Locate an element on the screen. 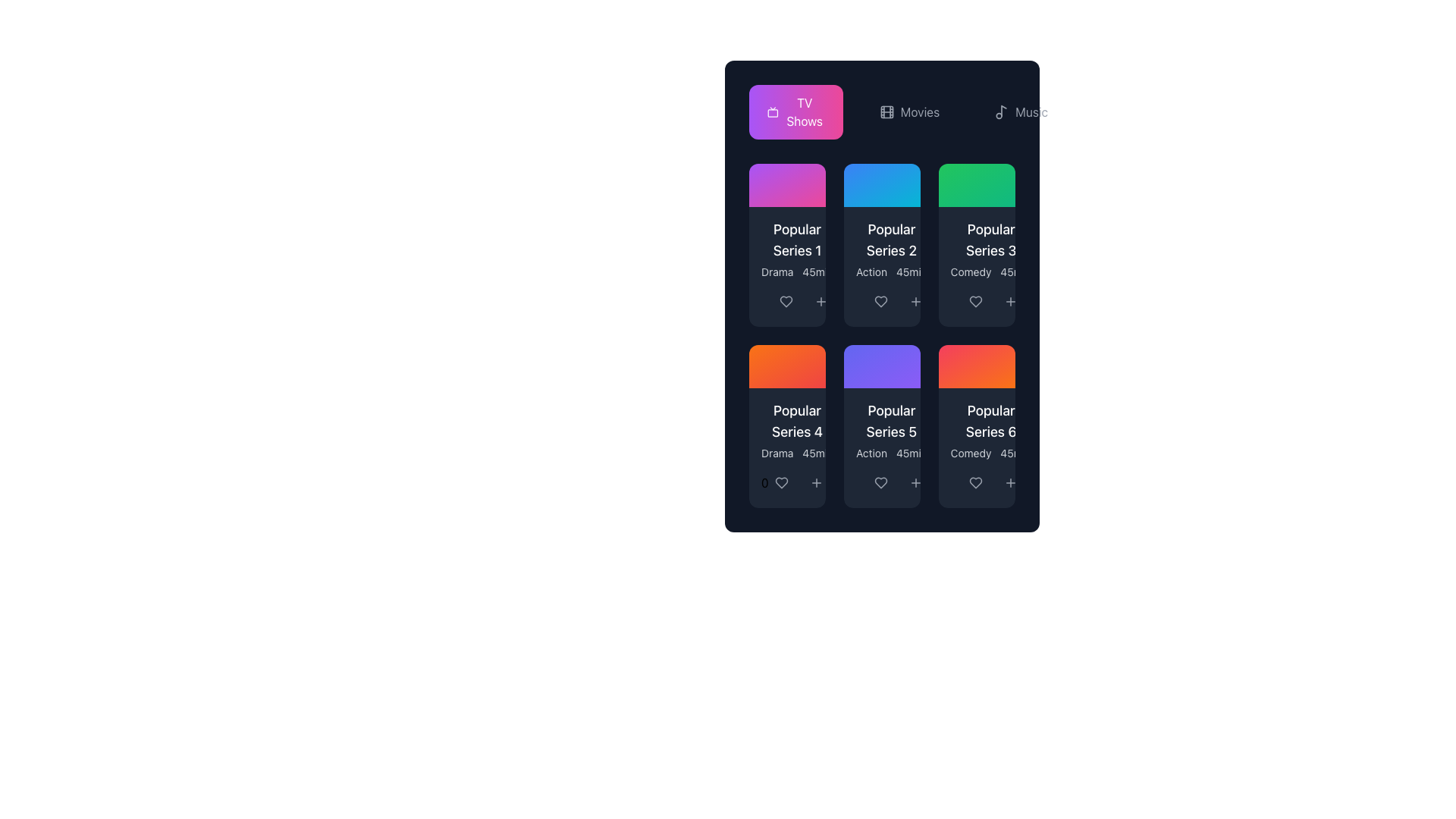 The height and width of the screenshot is (819, 1456). the stylized decorative region with a gradient background transitioning from rose red to orange, located in the third row and last column of the grid for 'Popular Series 6' is located at coordinates (977, 366).